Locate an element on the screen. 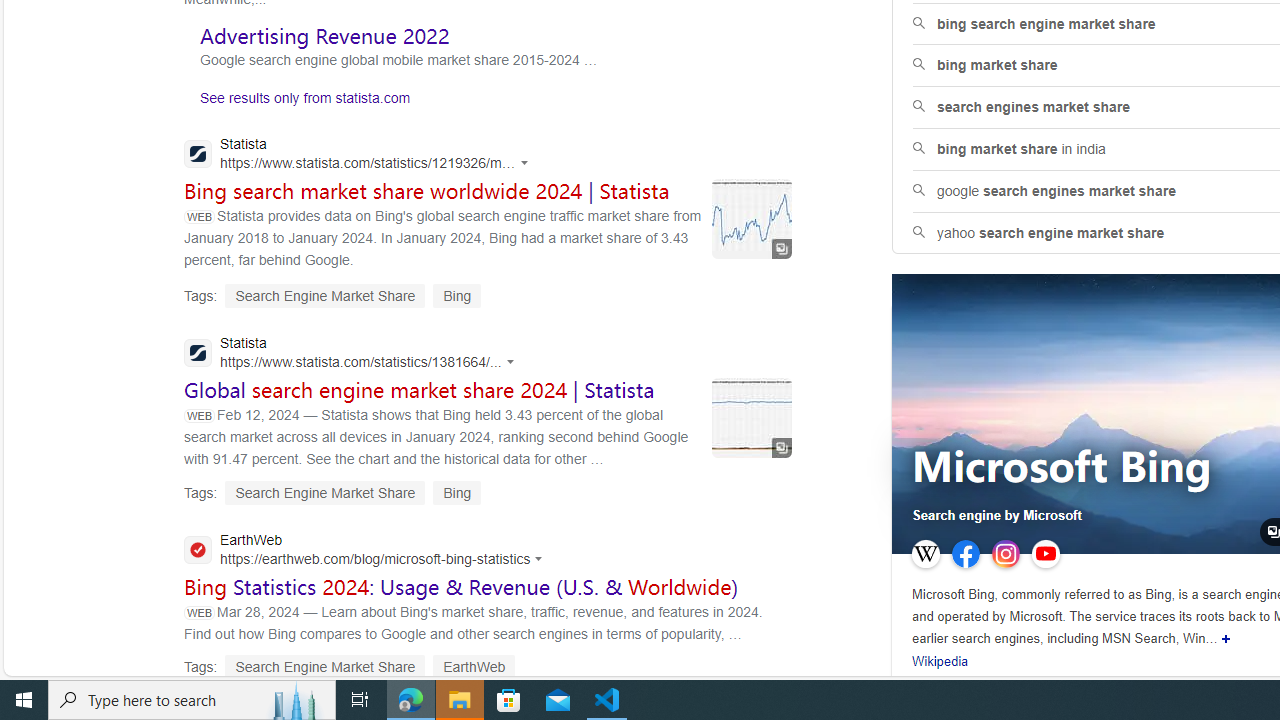 This screenshot has height=720, width=1280. 'Actions for this site' is located at coordinates (542, 558).